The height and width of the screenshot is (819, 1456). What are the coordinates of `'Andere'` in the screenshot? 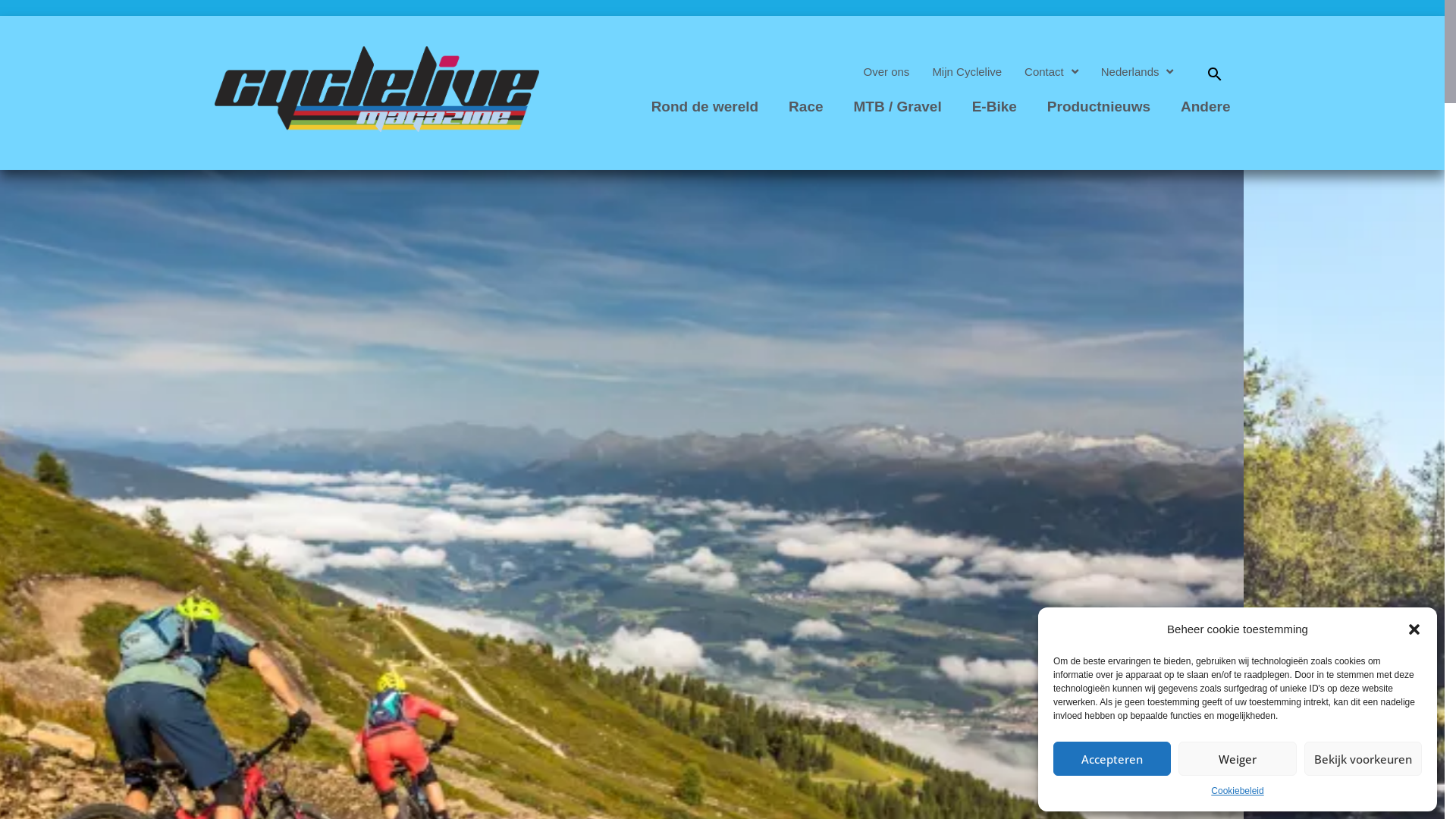 It's located at (1168, 106).